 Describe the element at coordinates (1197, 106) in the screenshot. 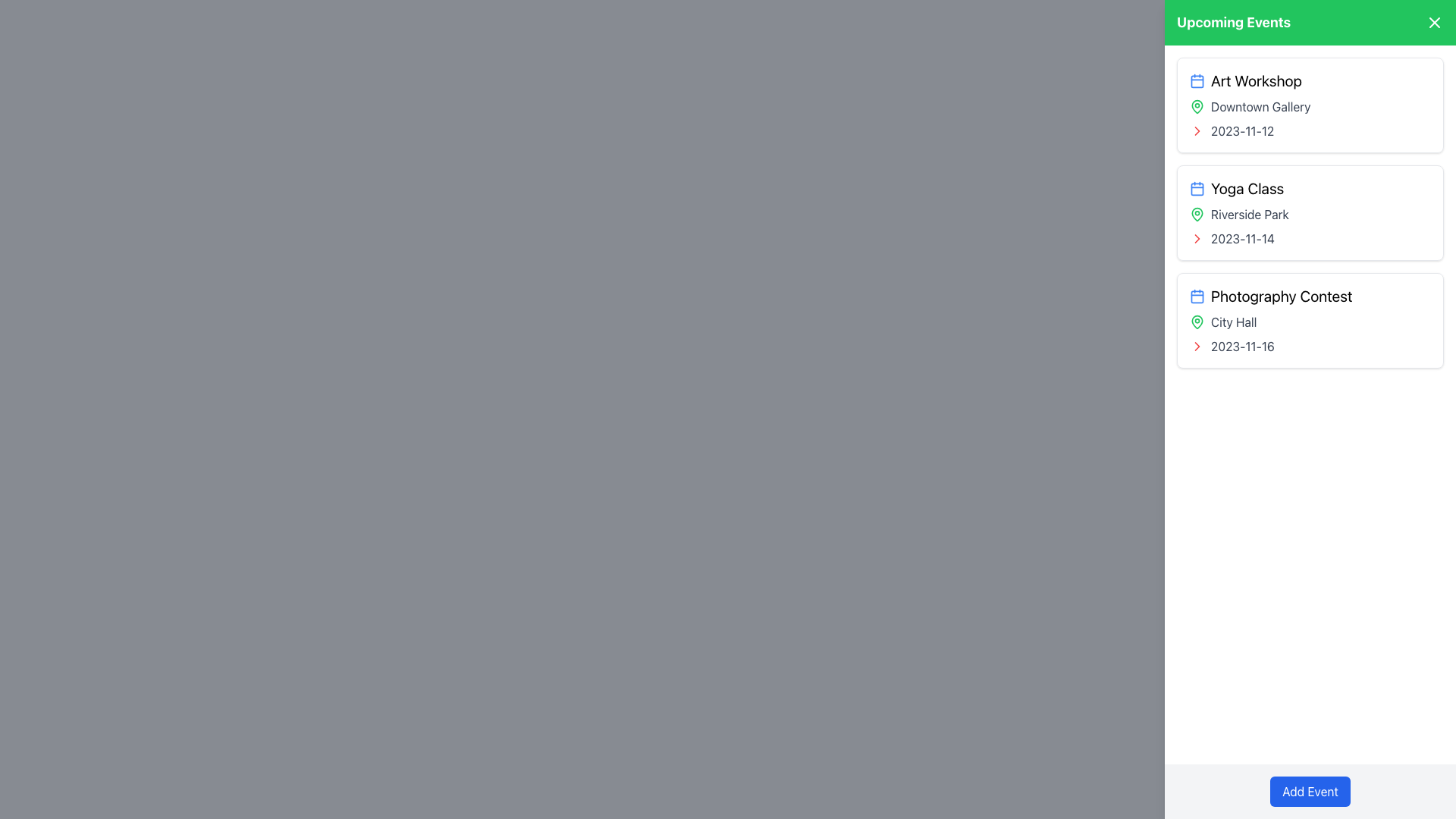

I see `the location marker icon representing 'Downtown Gallery' in the first card of the 'Upcoming Events' sidebar` at that location.